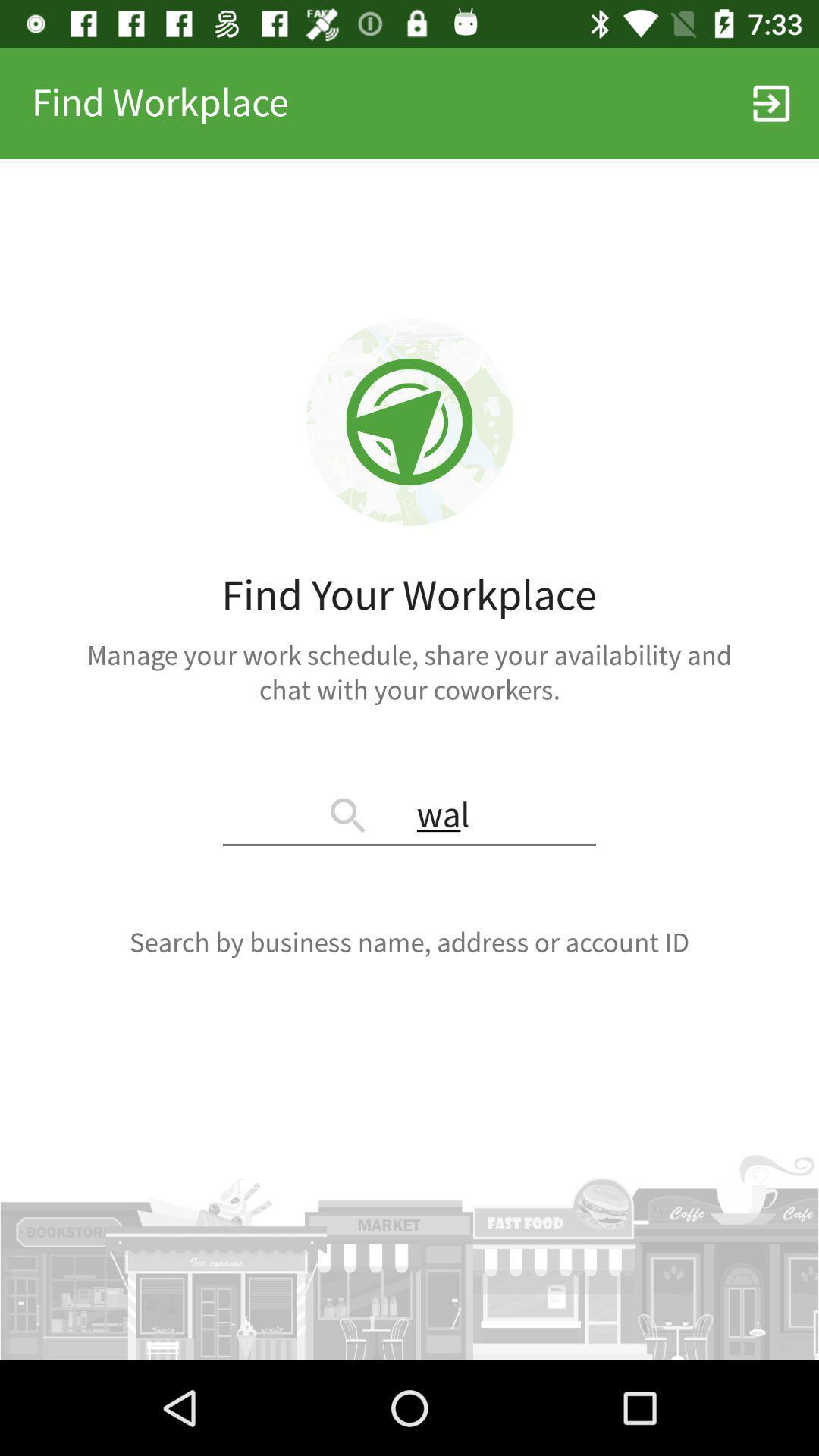 This screenshot has width=819, height=1456. Describe the element at coordinates (409, 816) in the screenshot. I see `the wal icon` at that location.